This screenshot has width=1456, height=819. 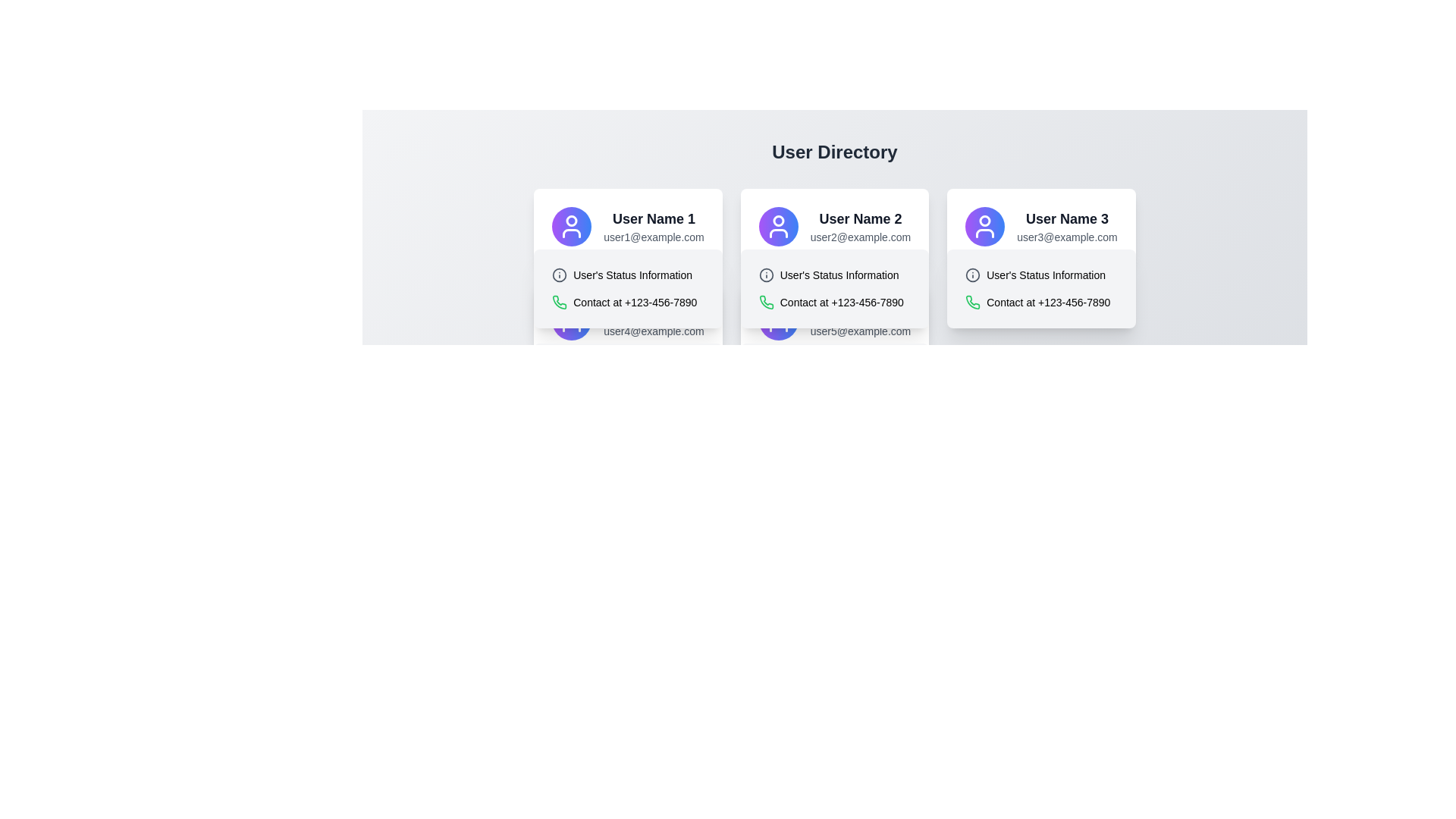 What do you see at coordinates (766, 275) in the screenshot?
I see `the circular graphical element that is part of the information icon next to the text 'User's Status Information' in the second user's card` at bounding box center [766, 275].